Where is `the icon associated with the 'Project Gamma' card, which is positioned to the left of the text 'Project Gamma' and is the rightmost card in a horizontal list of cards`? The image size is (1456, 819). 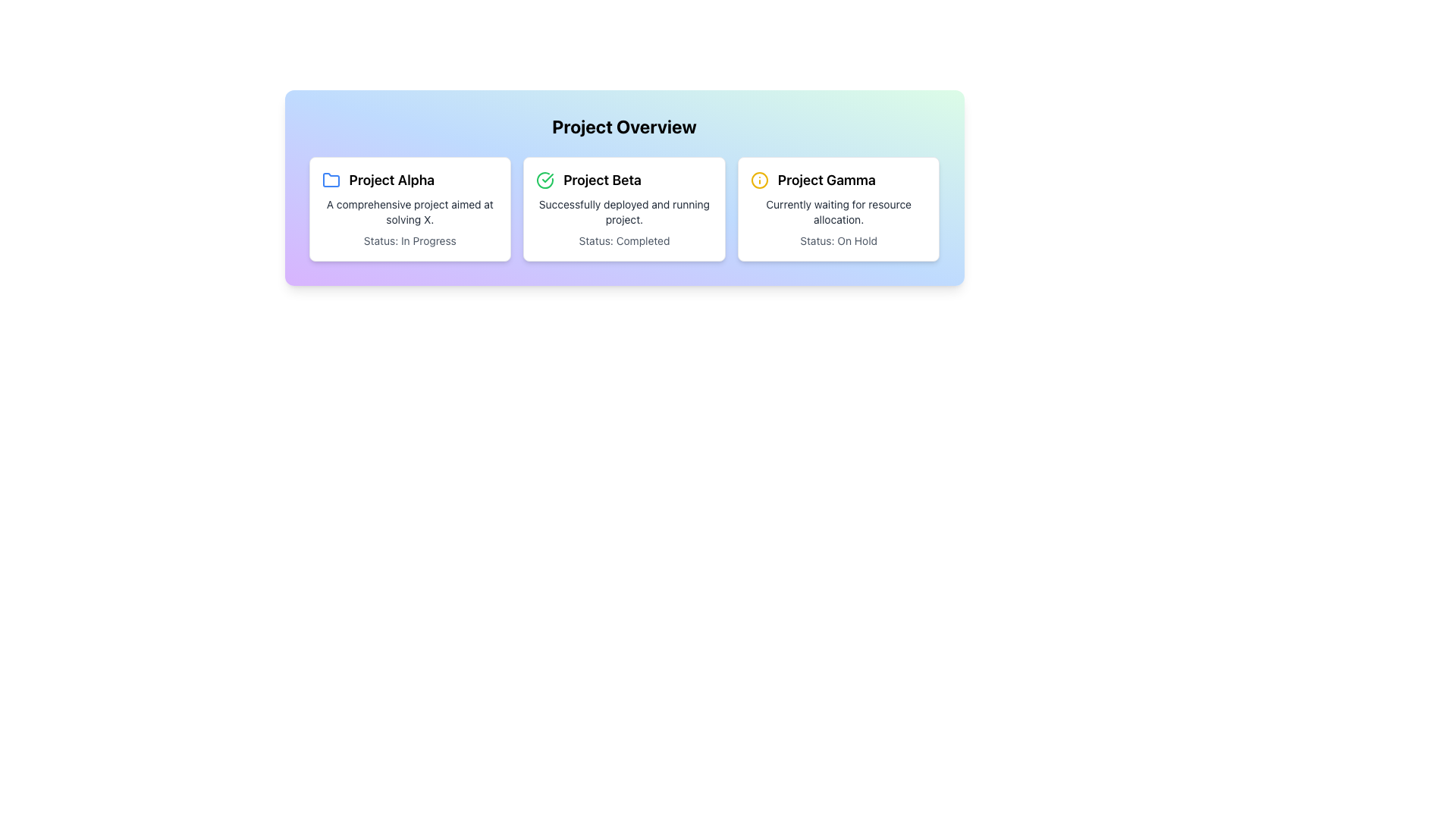 the icon associated with the 'Project Gamma' card, which is positioned to the left of the text 'Project Gamma' and is the rightmost card in a horizontal list of cards is located at coordinates (759, 180).